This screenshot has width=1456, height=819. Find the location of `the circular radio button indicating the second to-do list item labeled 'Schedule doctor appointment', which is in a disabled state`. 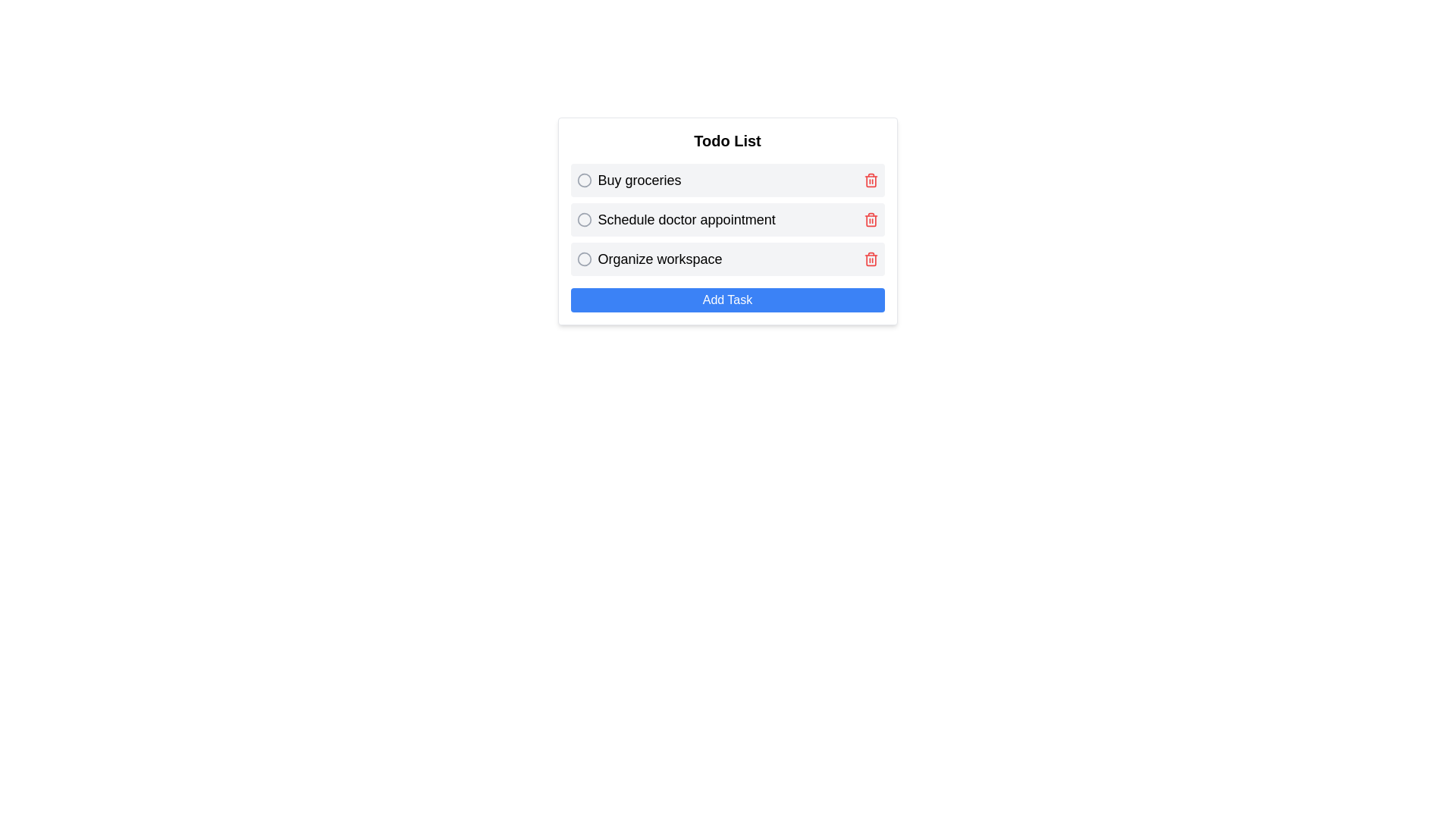

the circular radio button indicating the second to-do list item labeled 'Schedule doctor appointment', which is in a disabled state is located at coordinates (583, 219).